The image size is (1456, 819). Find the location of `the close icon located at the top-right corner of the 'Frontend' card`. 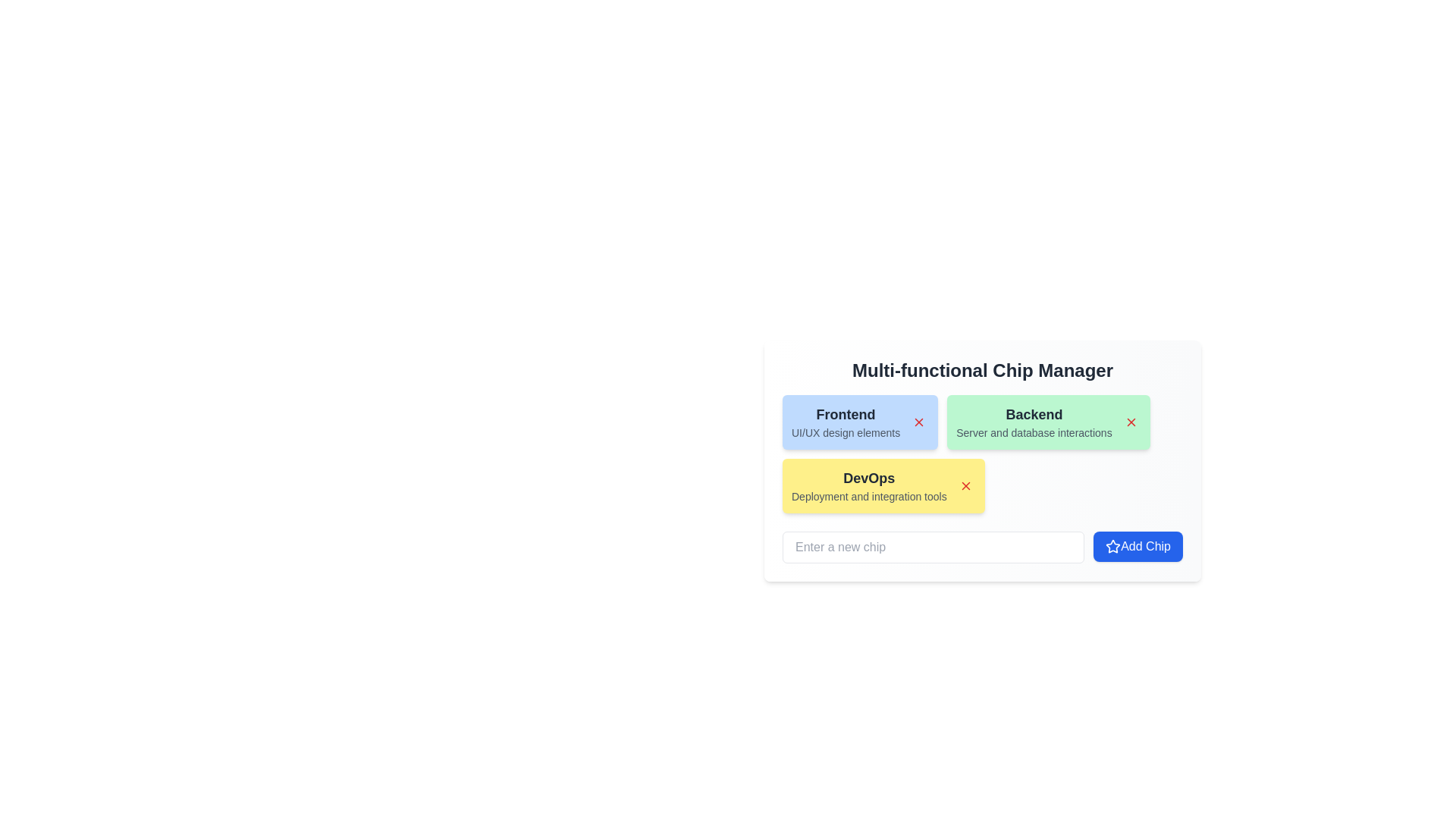

the close icon located at the top-right corner of the 'Frontend' card is located at coordinates (918, 422).